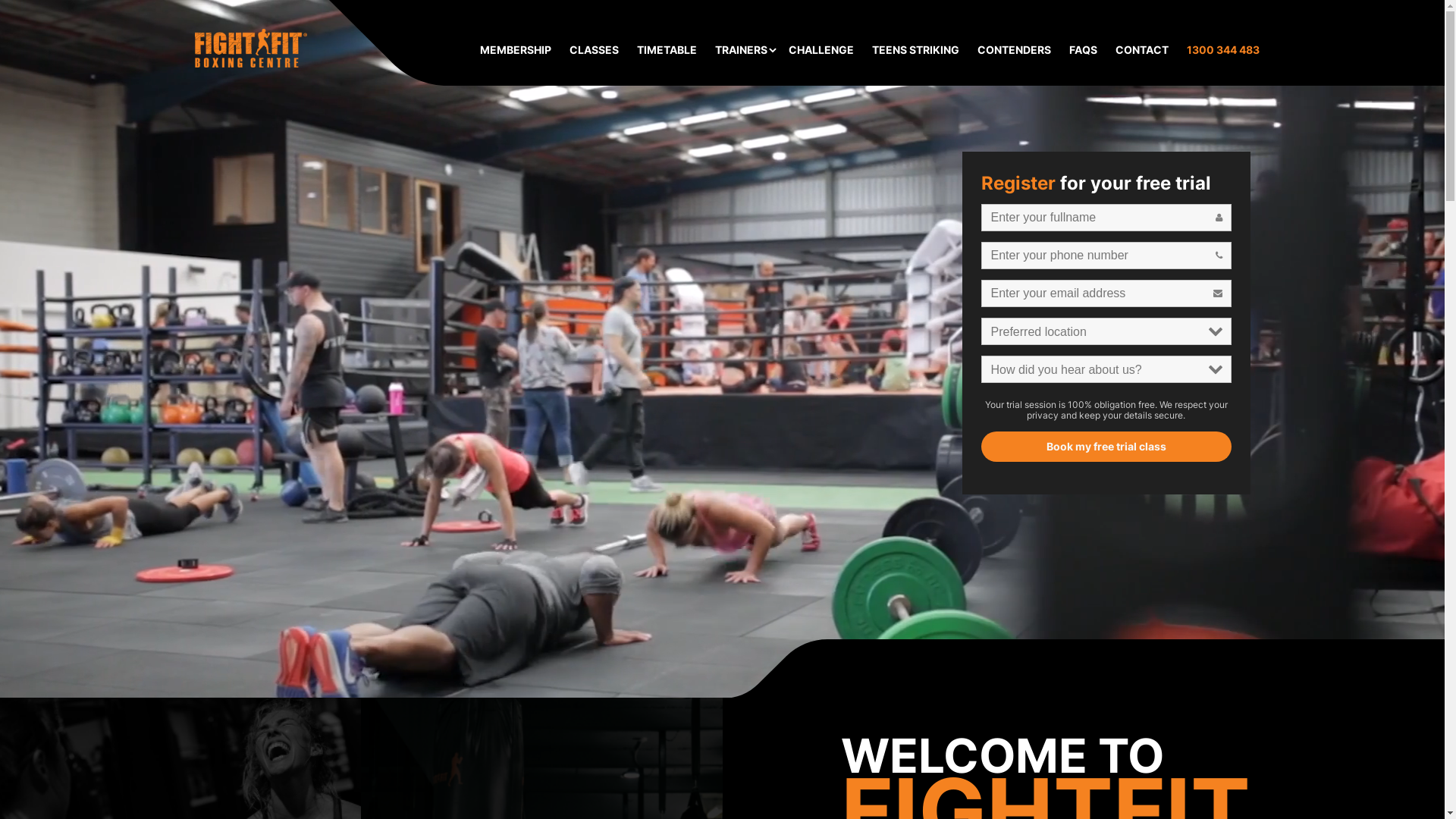 This screenshot has width=1456, height=819. What do you see at coordinates (981, 446) in the screenshot?
I see `'Book my free trial class'` at bounding box center [981, 446].